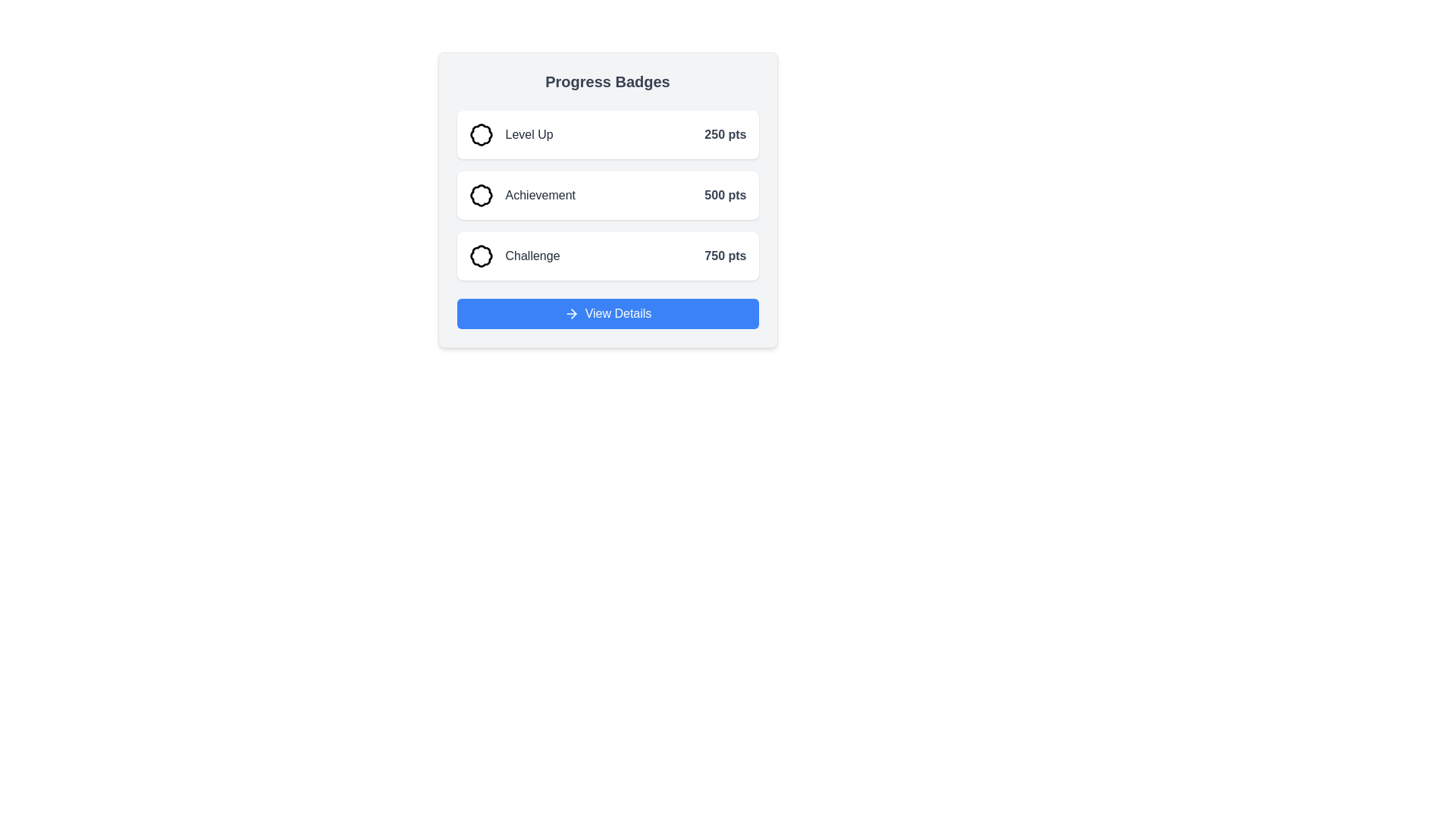 The image size is (1456, 819). Describe the element at coordinates (511, 133) in the screenshot. I see `the 'Level Up' badge item representing a progress achievement with a point value of '250 pts' for context menu options` at that location.